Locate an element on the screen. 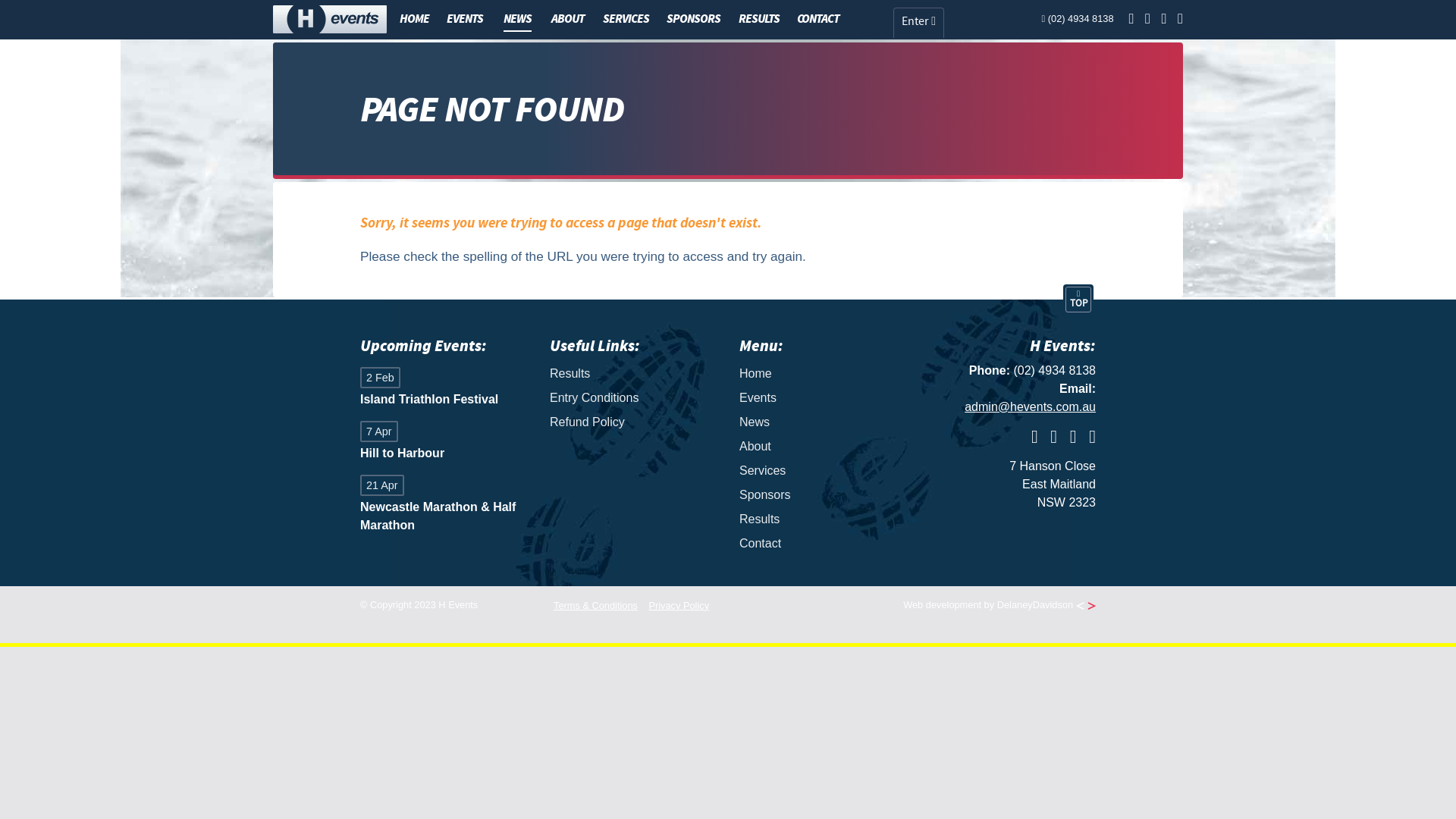  'Terms & Conditions' is located at coordinates (552, 604).